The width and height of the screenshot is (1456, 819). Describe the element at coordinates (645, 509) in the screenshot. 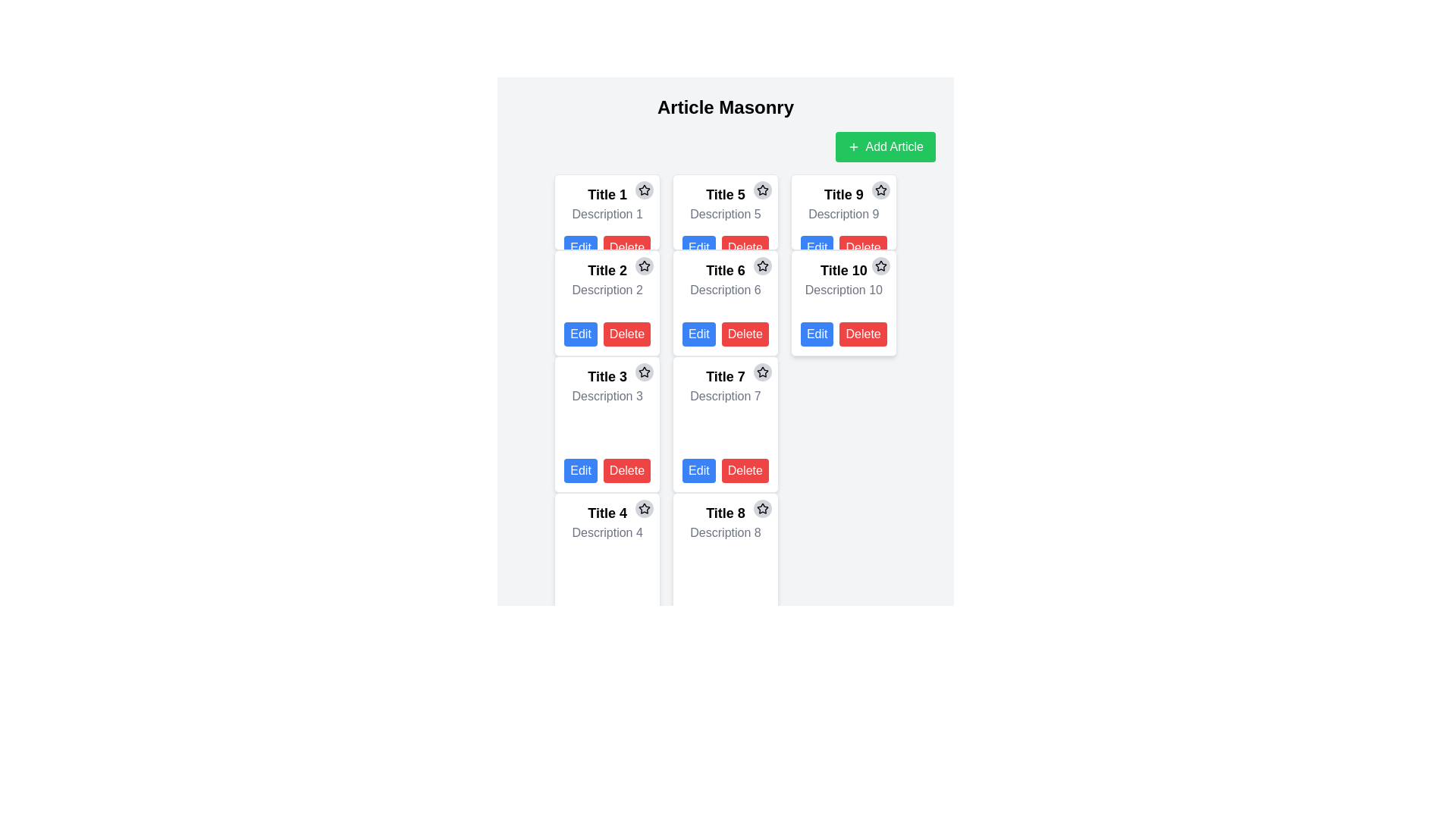

I see `the button located at the top-right corner of the card labeled 'Title 4 Description 4' to mark or unmark it as favorite` at that location.